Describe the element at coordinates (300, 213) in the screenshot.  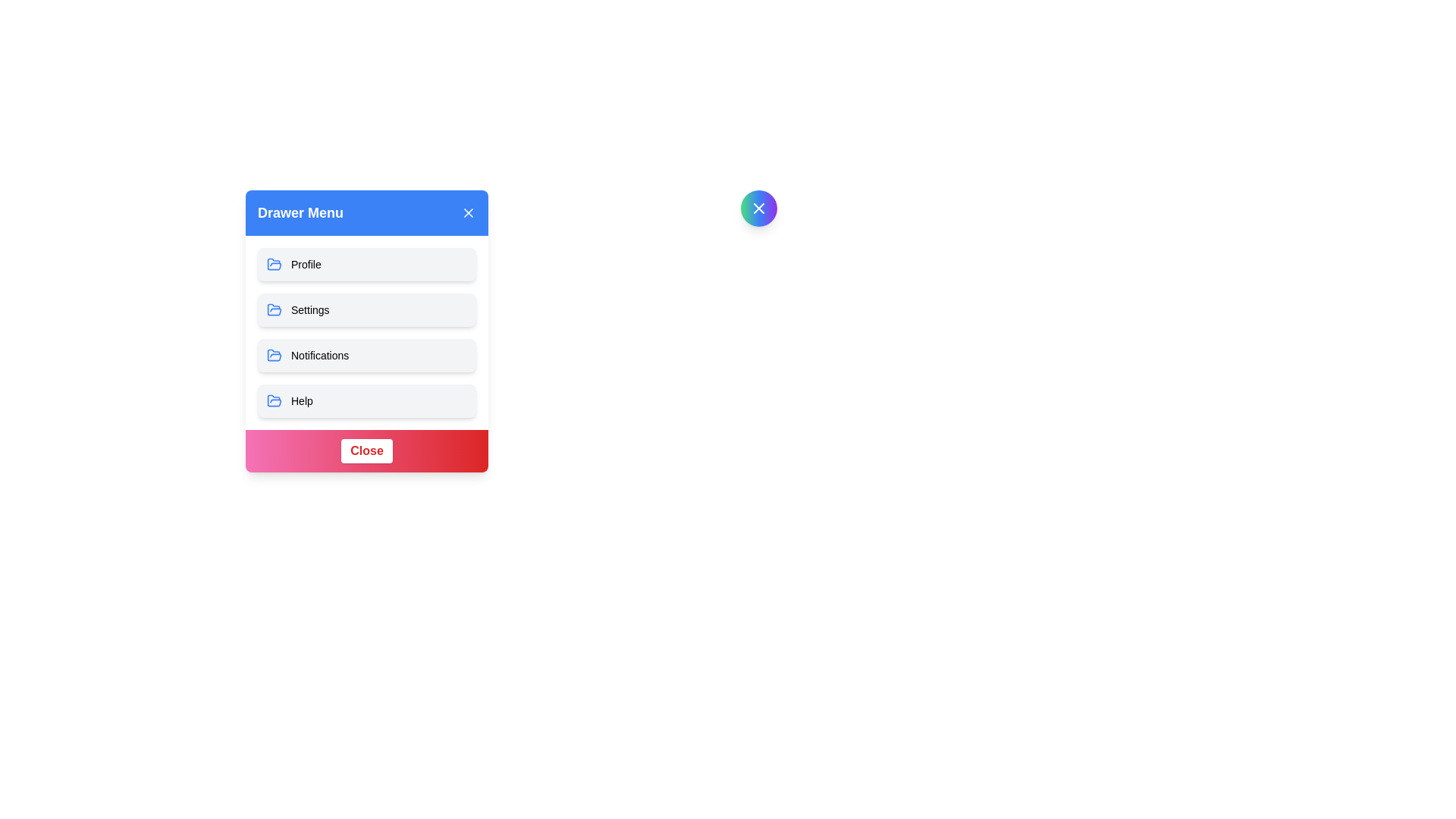
I see `the 'Drawer Menu' text label, which is displayed in bold, large white font on a blue background, located at the top left of the blue header section` at that location.